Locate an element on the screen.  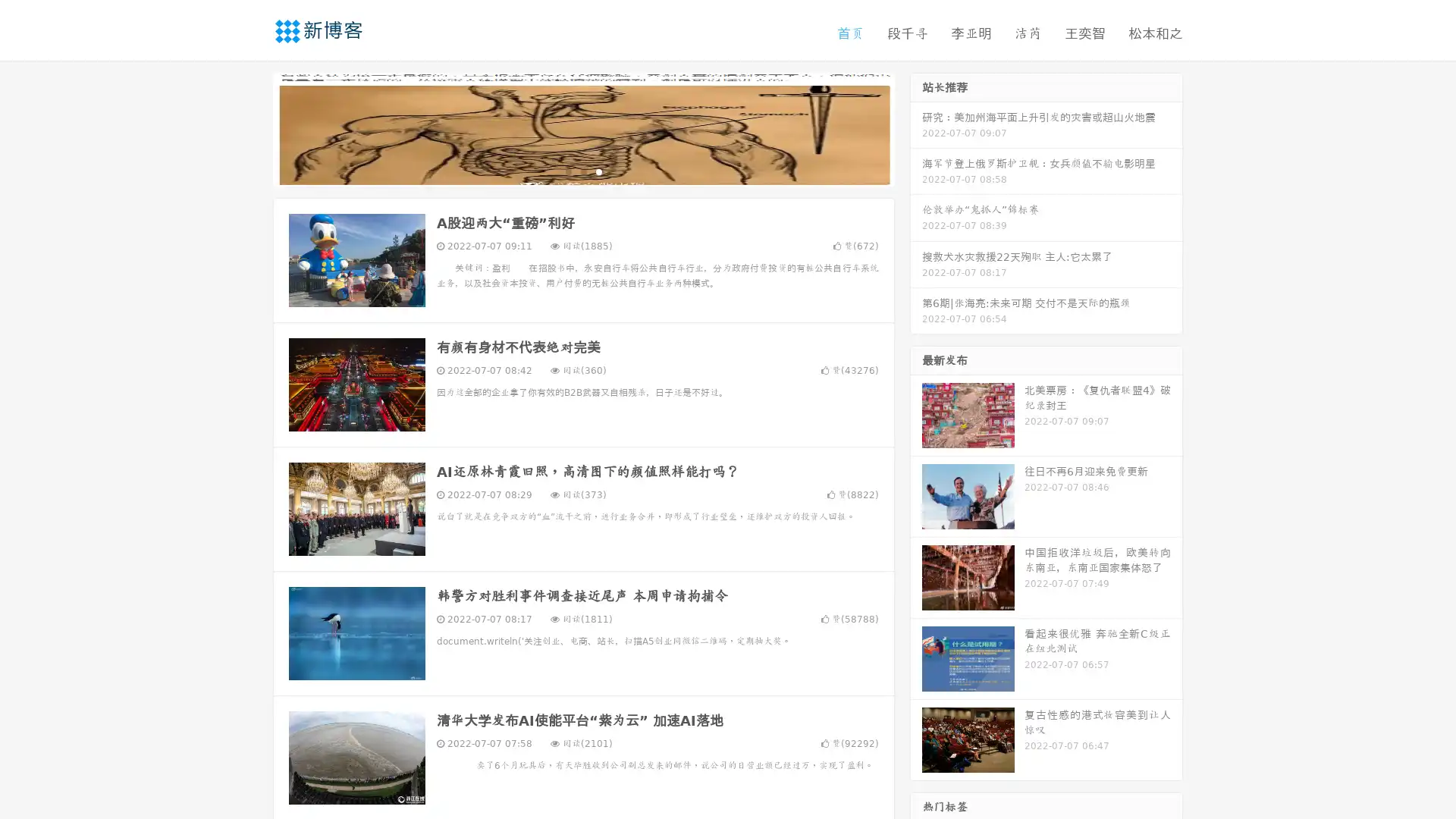
Next slide is located at coordinates (916, 127).